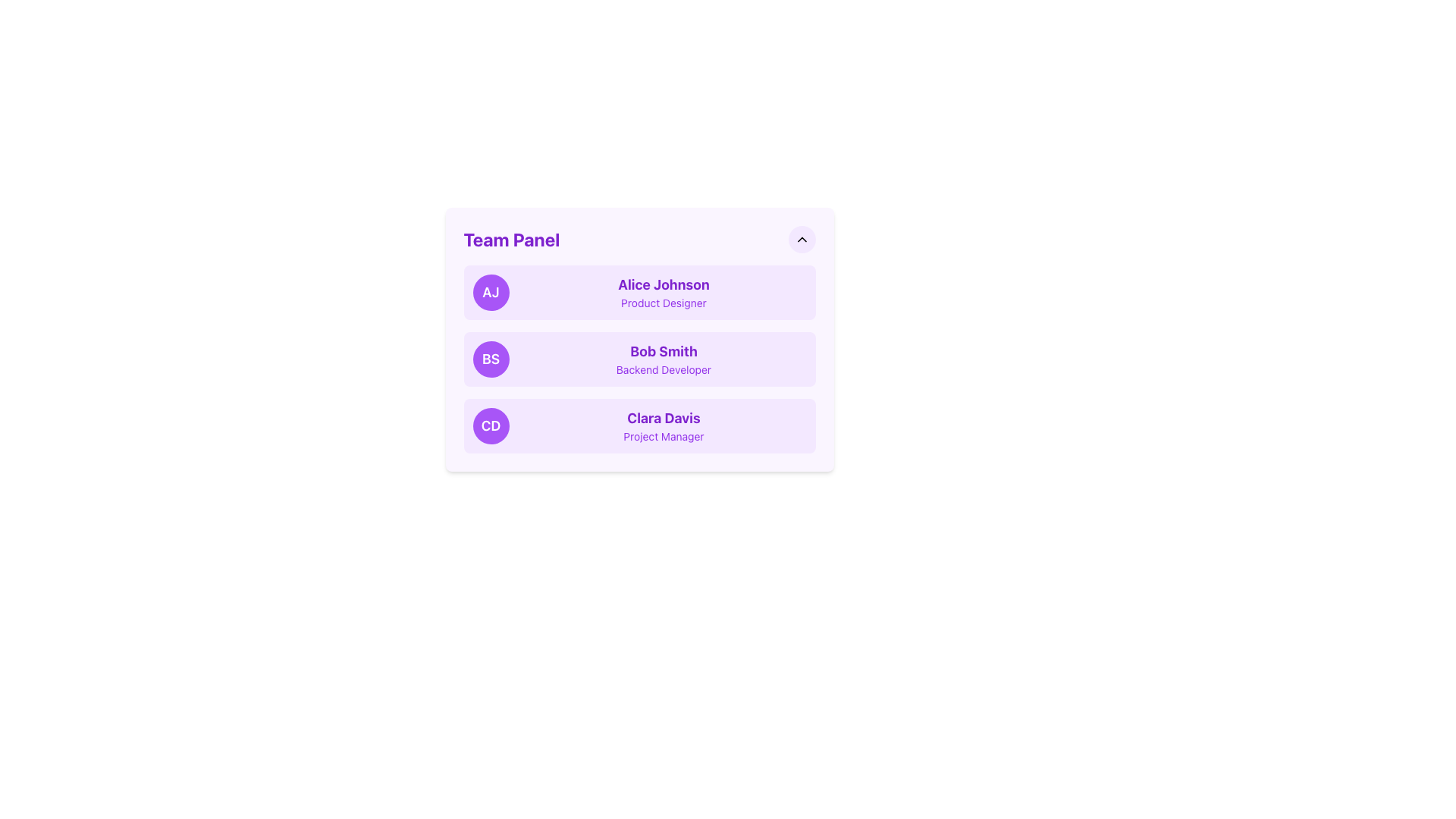  What do you see at coordinates (664, 284) in the screenshot?
I see `text content 'Alice Johnson' displayed in the first entry of the Team Panel, above the role 'Product Designer'` at bounding box center [664, 284].